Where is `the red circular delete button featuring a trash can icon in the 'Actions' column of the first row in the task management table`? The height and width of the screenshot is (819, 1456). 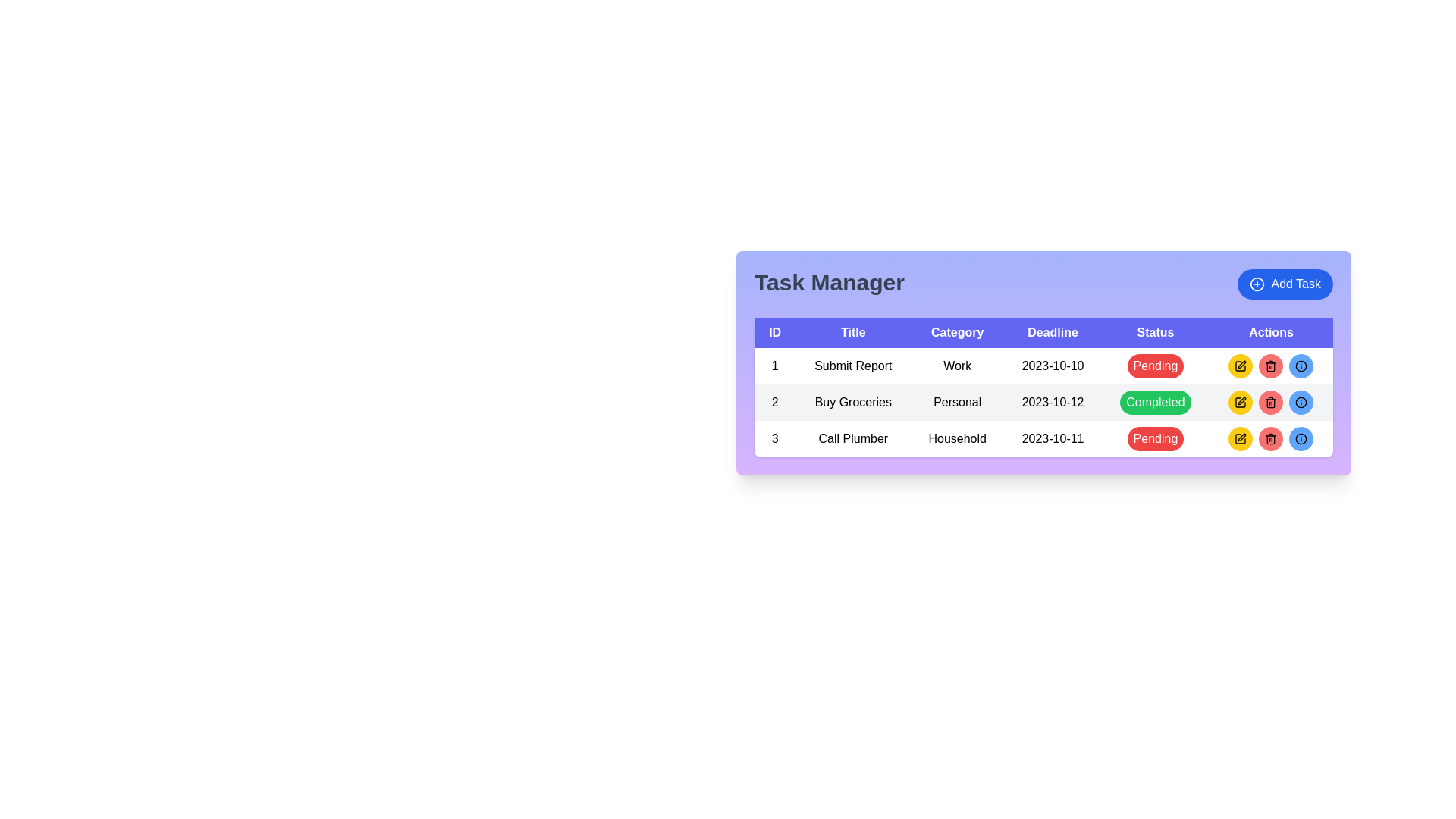
the red circular delete button featuring a trash can icon in the 'Actions' column of the first row in the task management table is located at coordinates (1271, 366).